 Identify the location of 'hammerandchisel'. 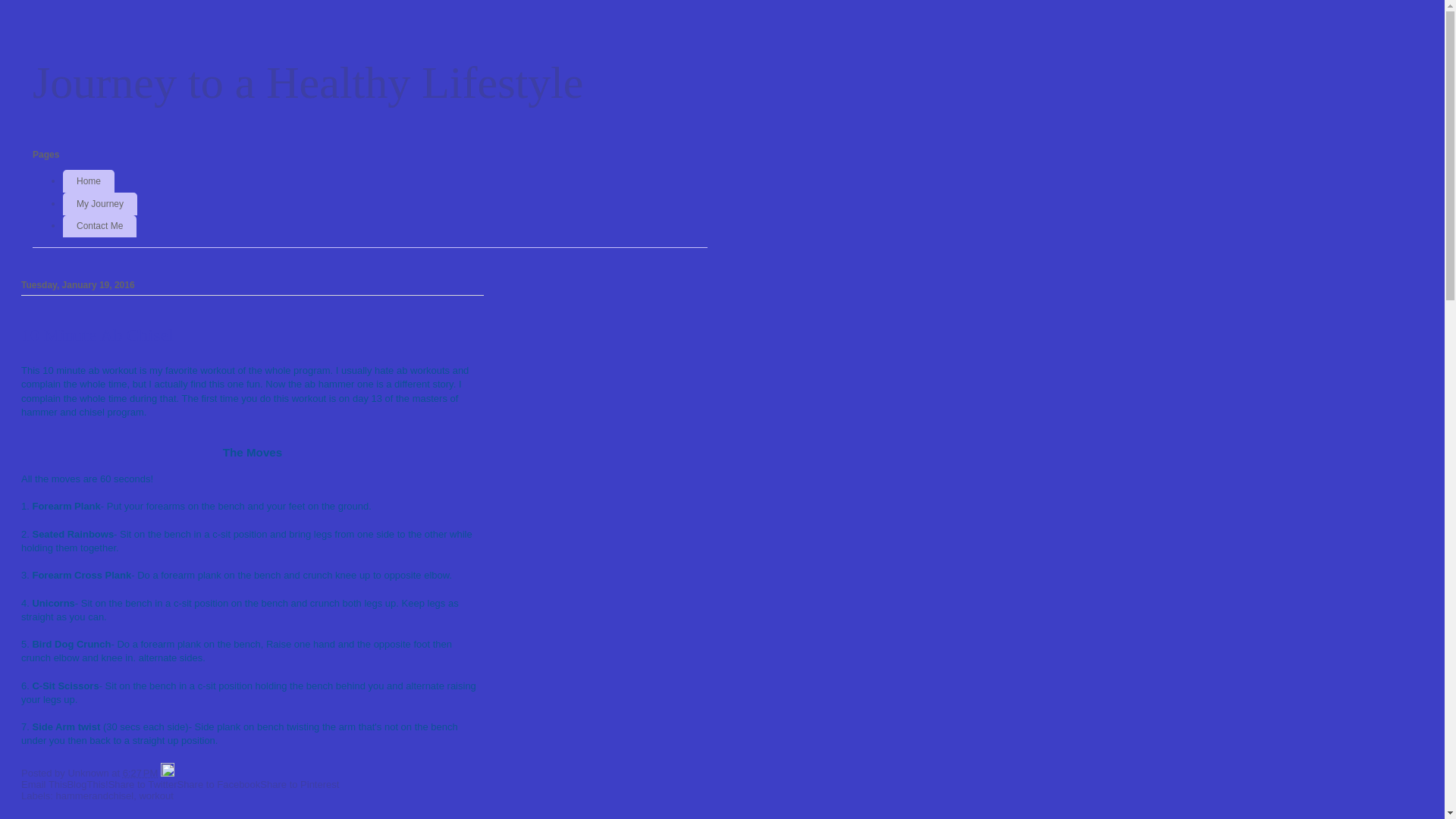
(94, 795).